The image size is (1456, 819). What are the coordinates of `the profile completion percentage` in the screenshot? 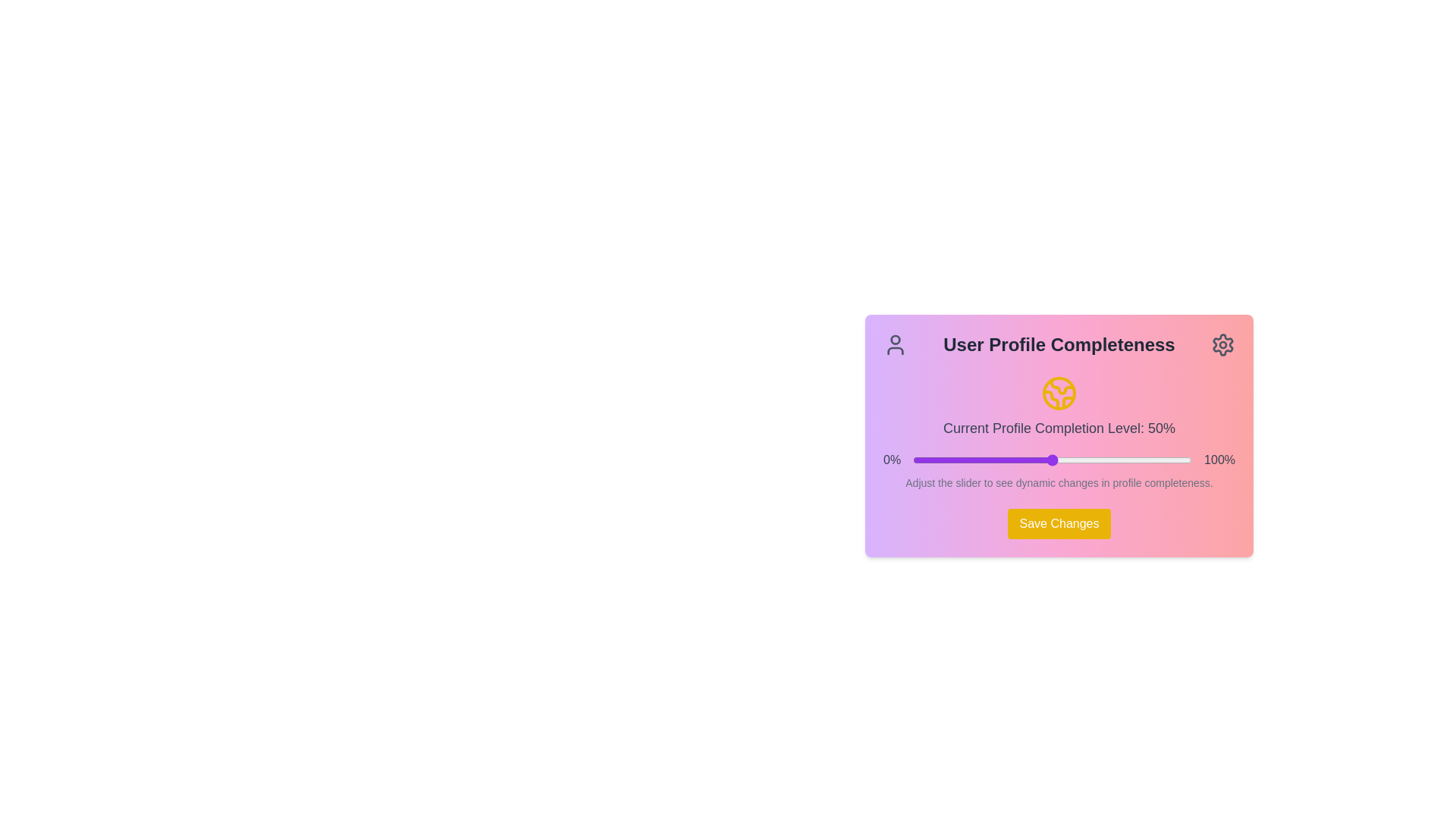 It's located at (1116, 459).